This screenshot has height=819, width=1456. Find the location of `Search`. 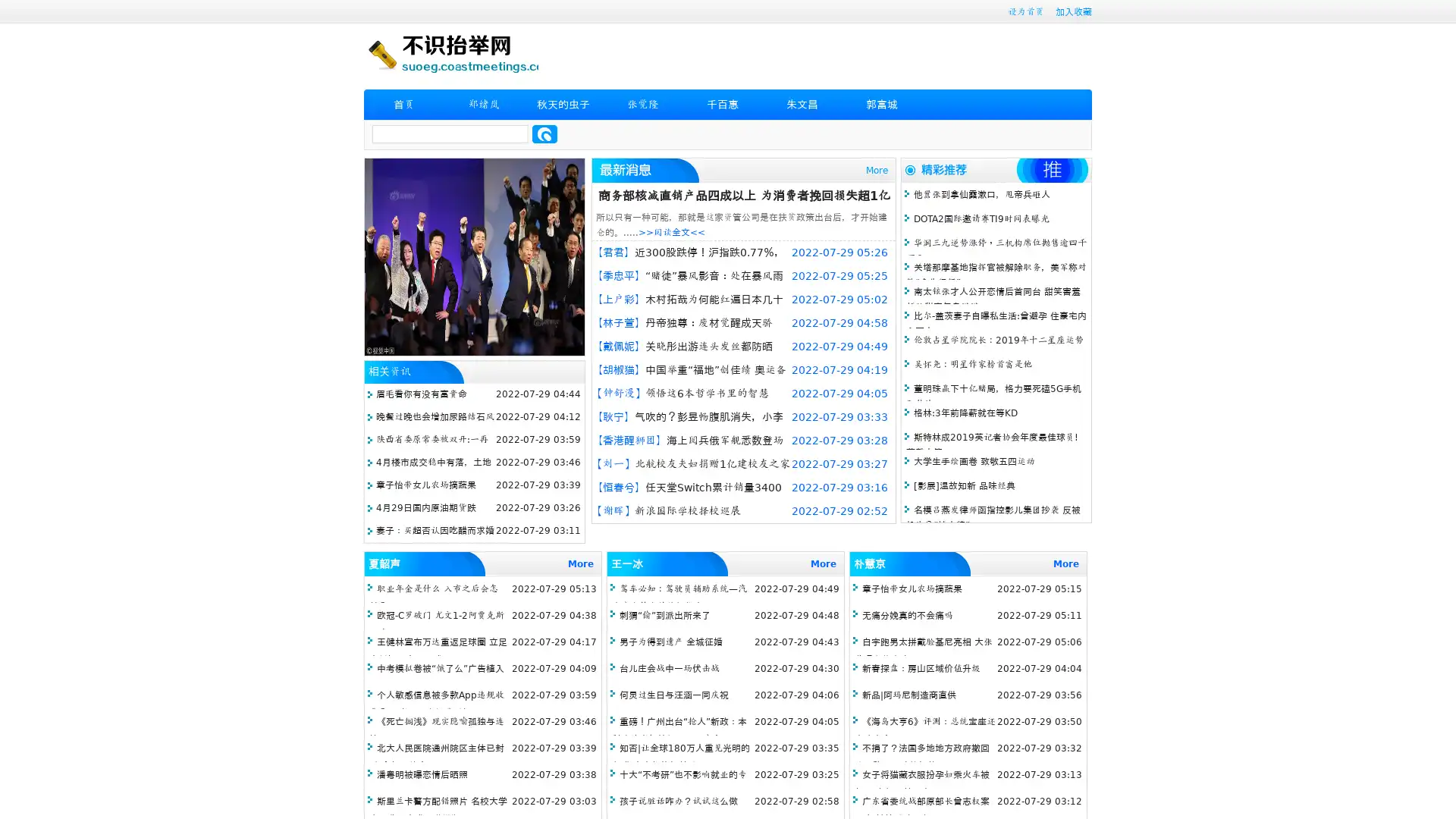

Search is located at coordinates (544, 133).